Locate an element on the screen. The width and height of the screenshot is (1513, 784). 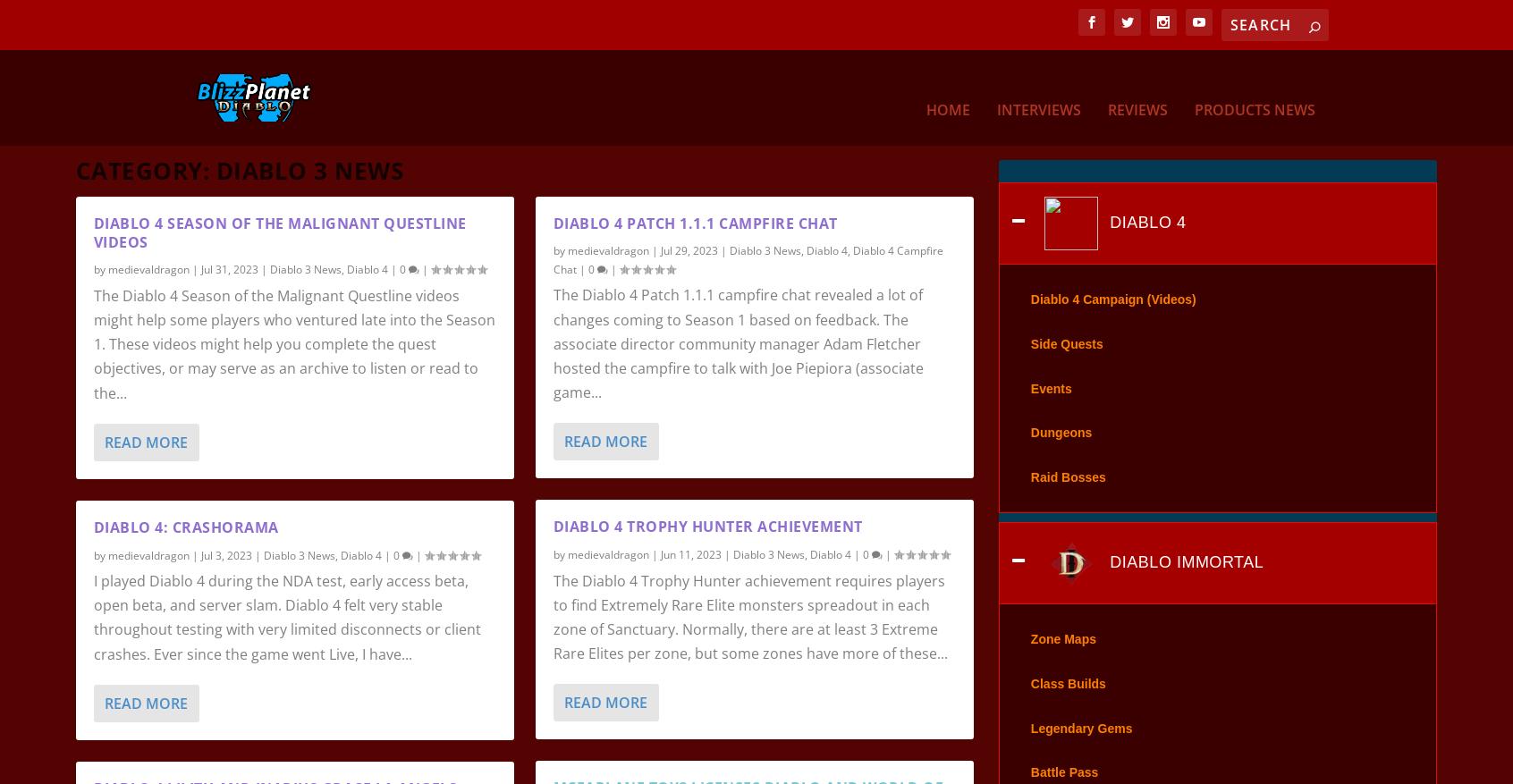
'Zone Maps' is located at coordinates (1061, 663).